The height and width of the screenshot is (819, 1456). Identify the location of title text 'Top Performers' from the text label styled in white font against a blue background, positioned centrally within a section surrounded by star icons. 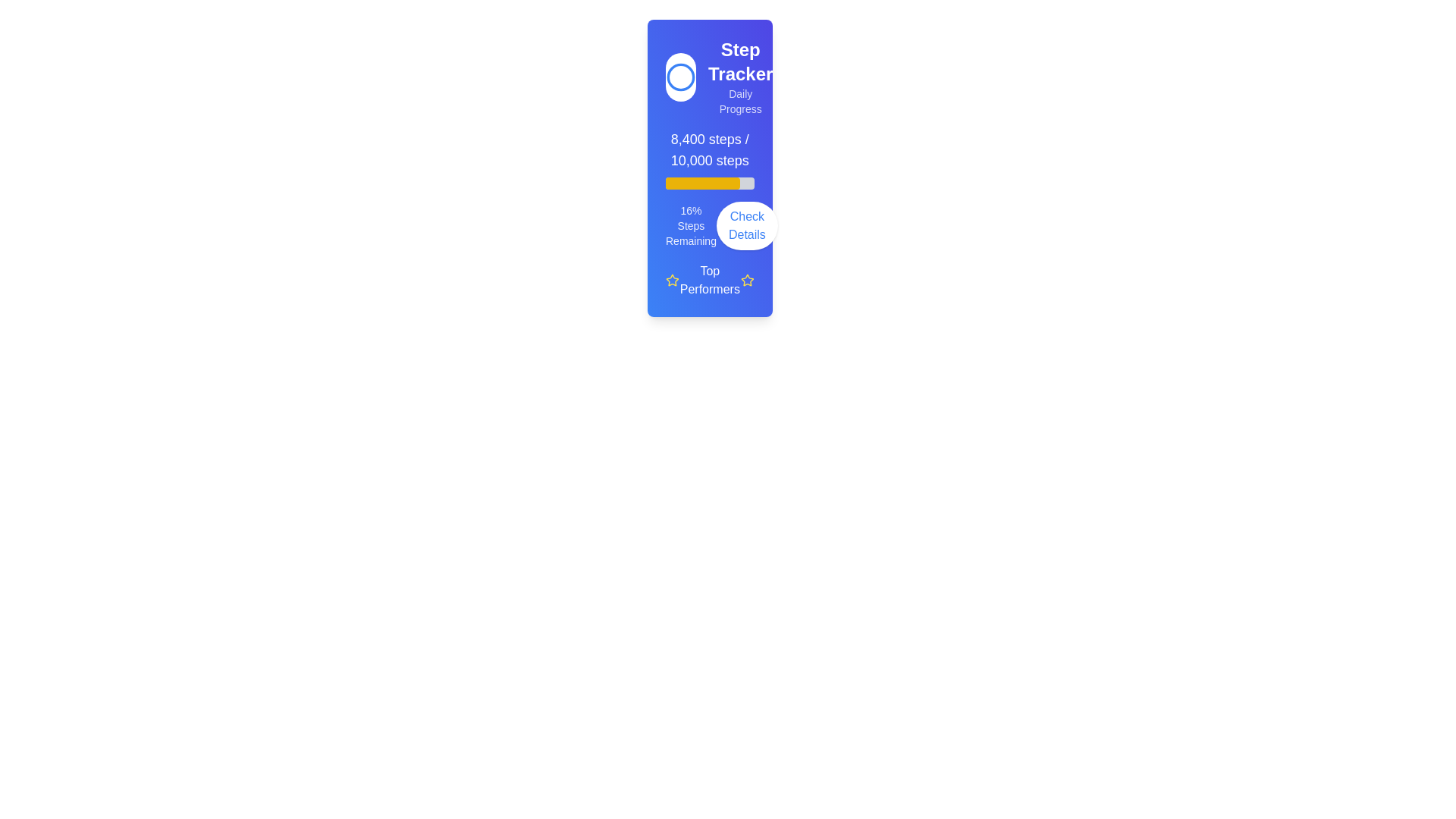
(709, 281).